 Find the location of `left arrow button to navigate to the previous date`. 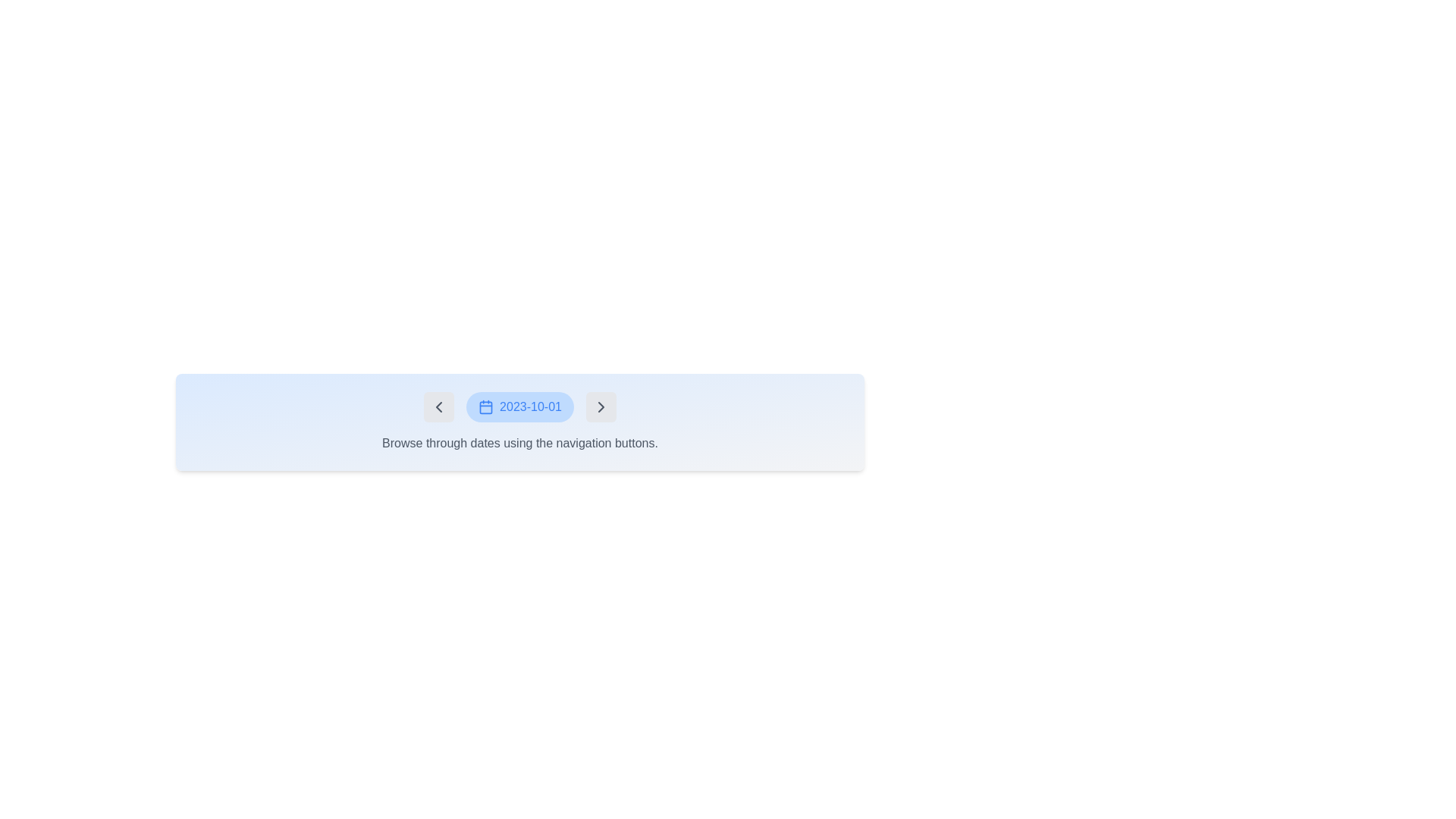

left arrow button to navigate to the previous date is located at coordinates (438, 406).